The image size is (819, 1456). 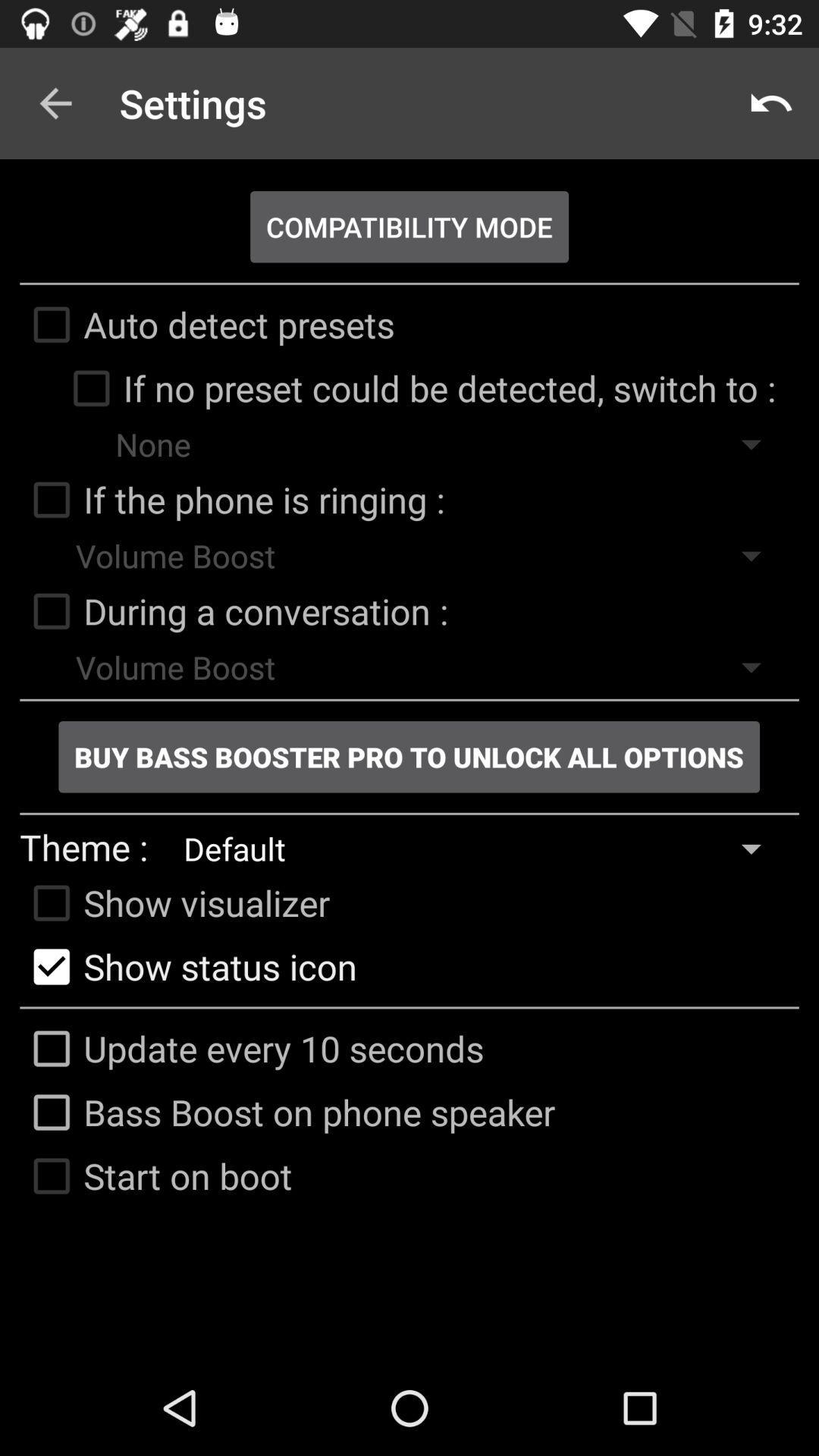 I want to click on icon to the left of settings item, so click(x=55, y=102).